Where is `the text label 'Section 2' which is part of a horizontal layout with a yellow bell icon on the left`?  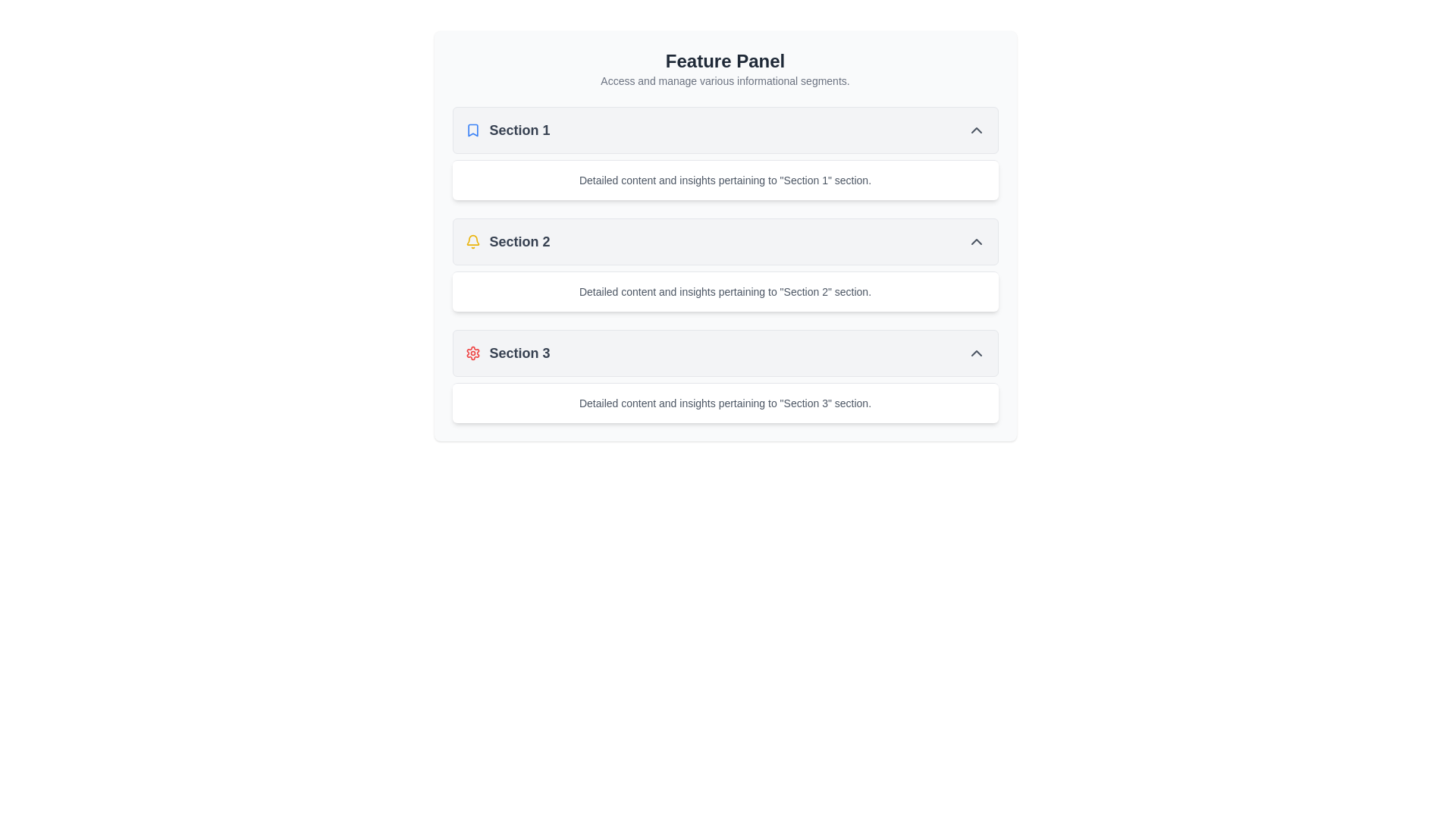
the text label 'Section 2' which is part of a horizontal layout with a yellow bell icon on the left is located at coordinates (507, 241).